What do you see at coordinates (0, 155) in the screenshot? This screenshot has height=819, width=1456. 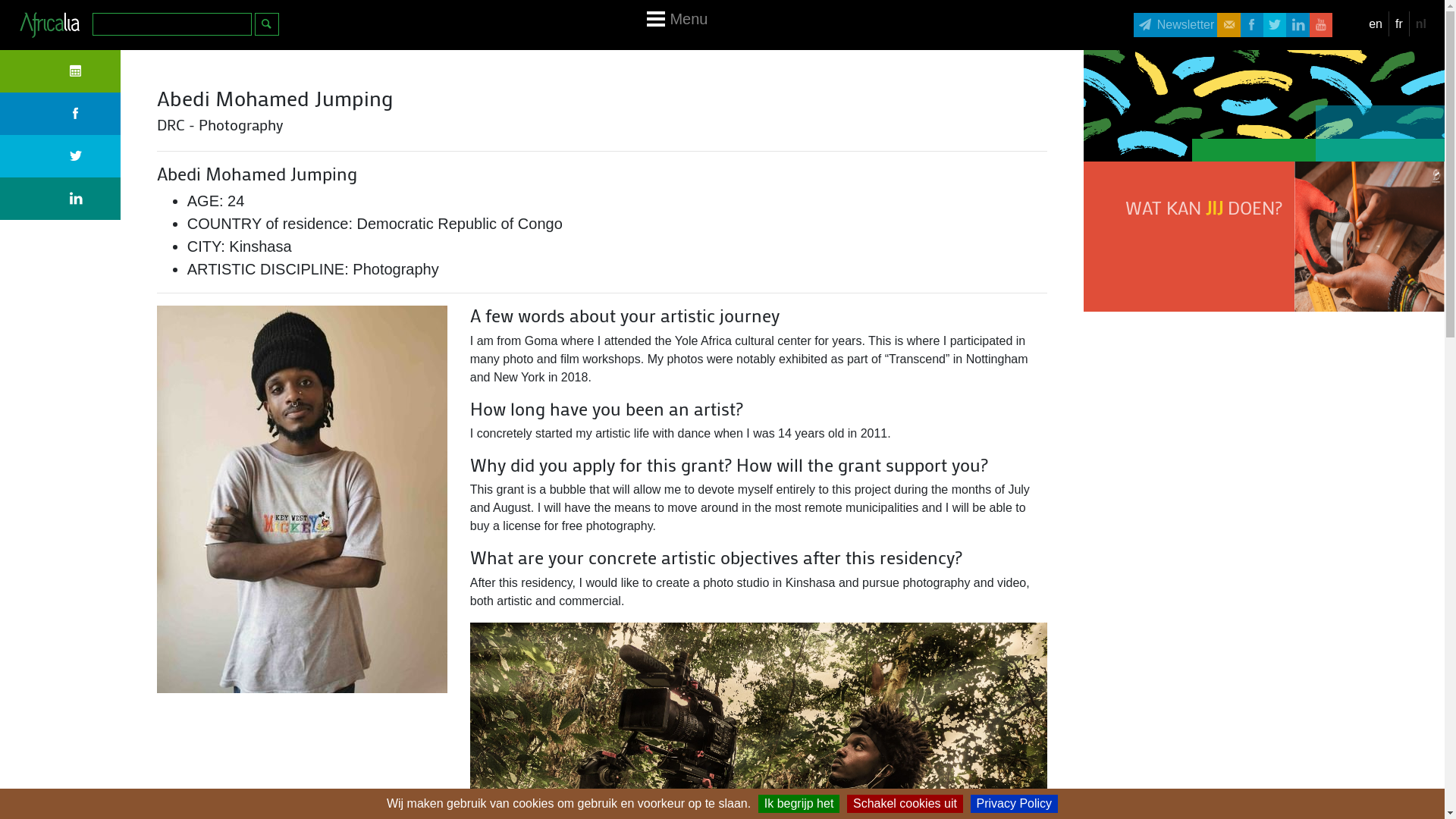 I see `'Twitter'` at bounding box center [0, 155].